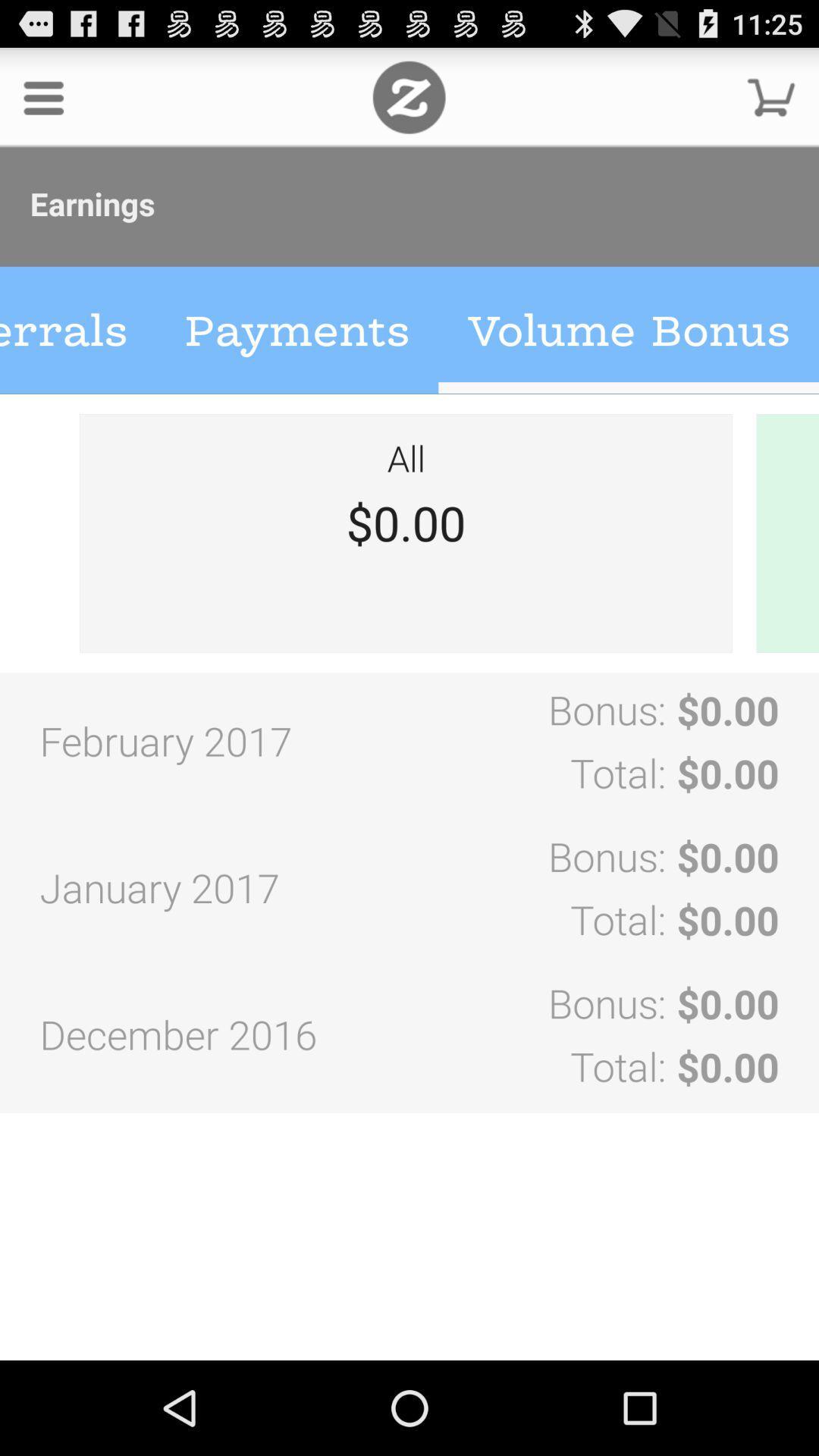 This screenshot has height=1456, width=819. Describe the element at coordinates (771, 103) in the screenshot. I see `the cart icon` at that location.